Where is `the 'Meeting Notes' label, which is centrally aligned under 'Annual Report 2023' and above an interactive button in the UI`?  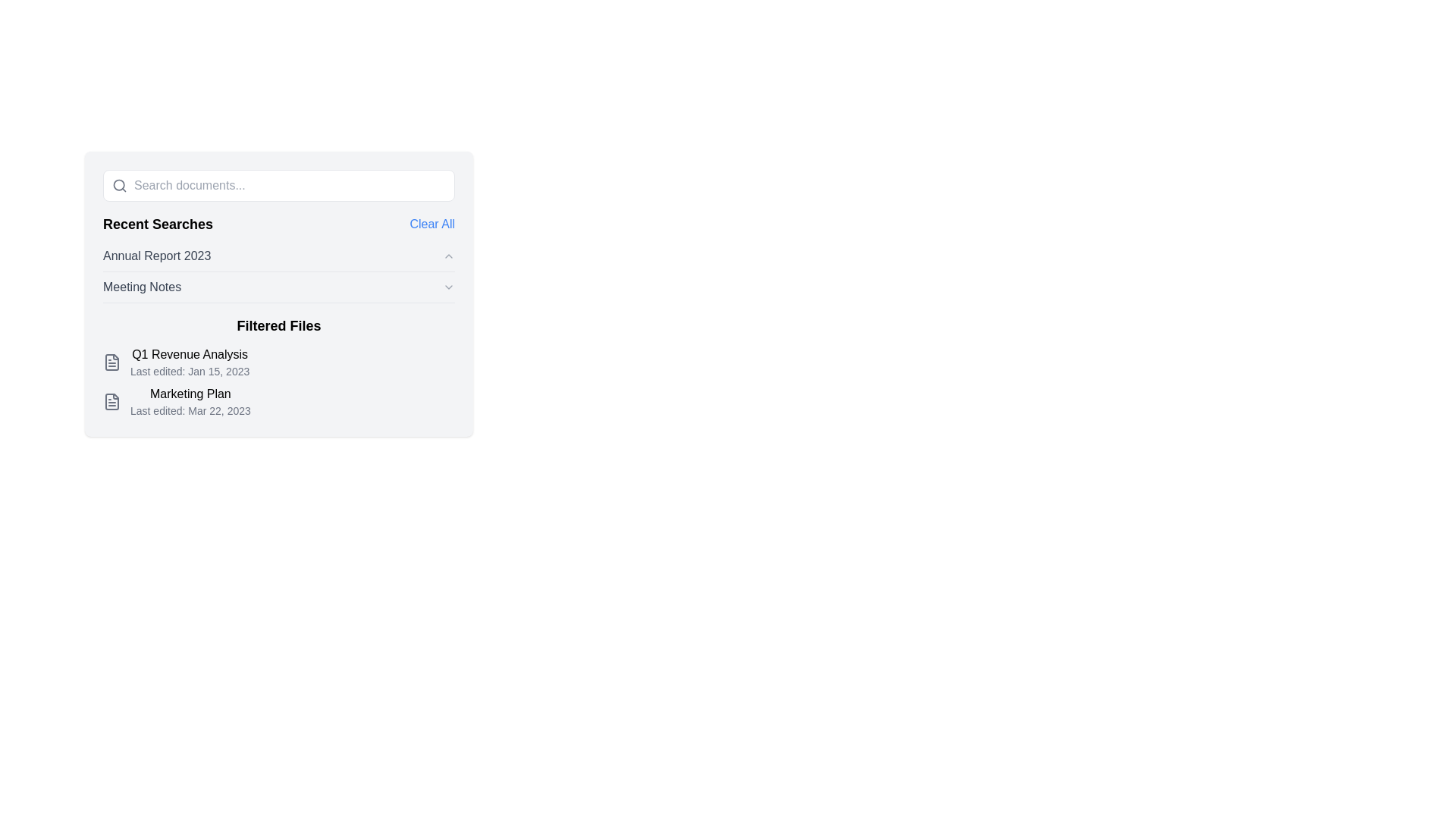 the 'Meeting Notes' label, which is centrally aligned under 'Annual Report 2023' and above an interactive button in the UI is located at coordinates (142, 287).